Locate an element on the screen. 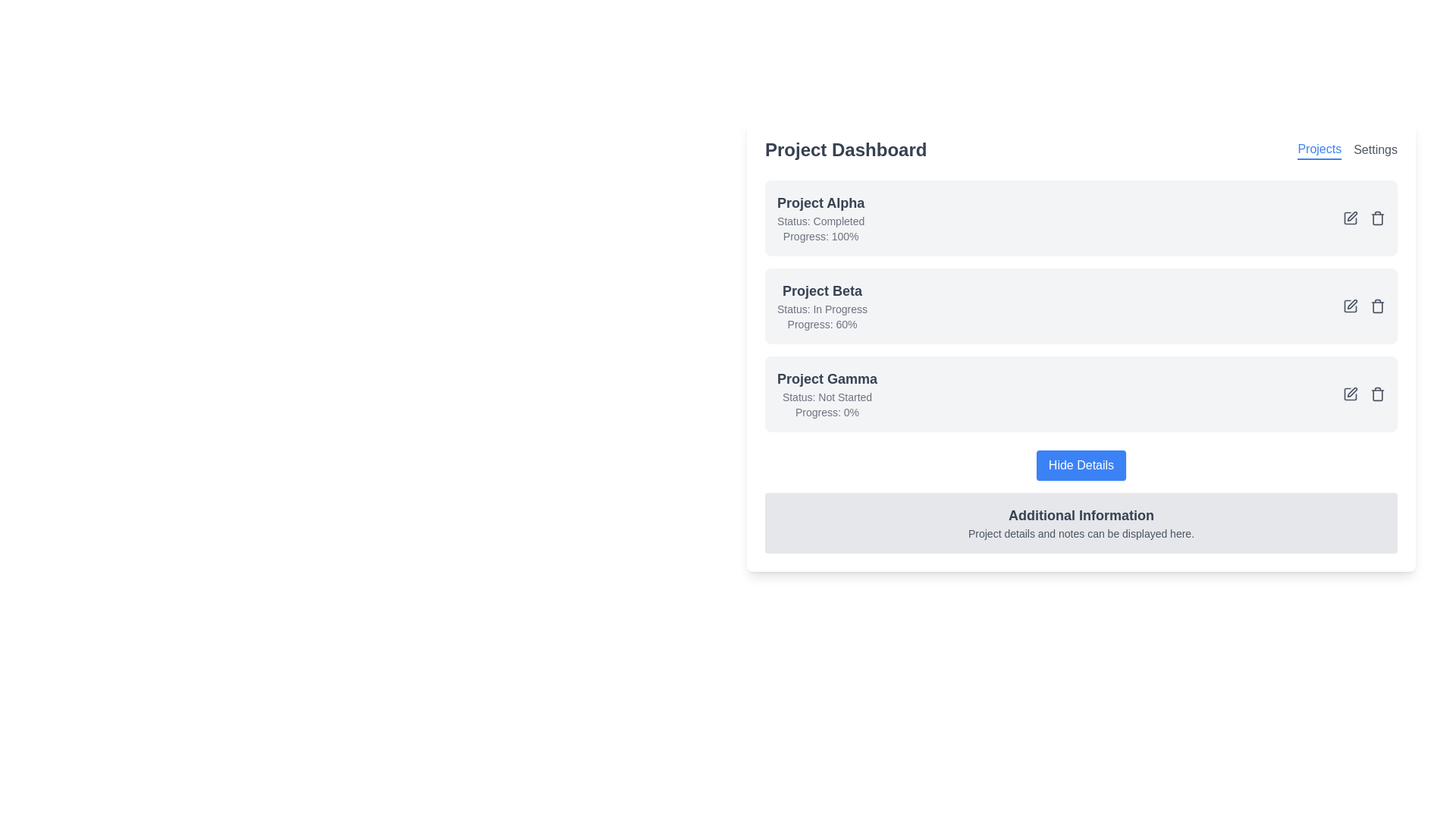 Image resolution: width=1456 pixels, height=819 pixels. the button that toggles the visibility of additional information related to 'Project Gamma' to observe a color change is located at coordinates (1080, 464).